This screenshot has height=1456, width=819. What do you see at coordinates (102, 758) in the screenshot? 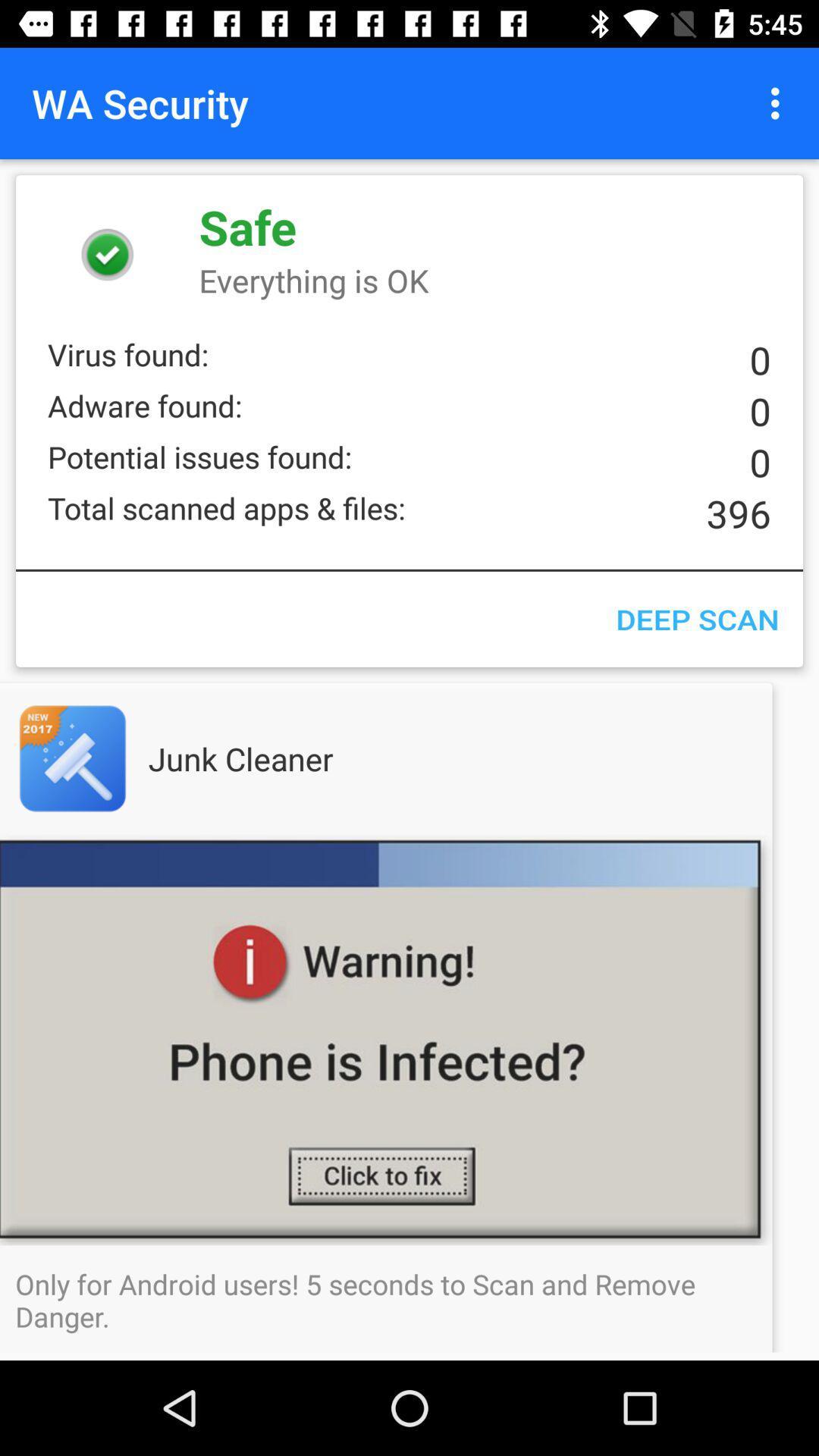
I see `advertisement for another app` at bounding box center [102, 758].